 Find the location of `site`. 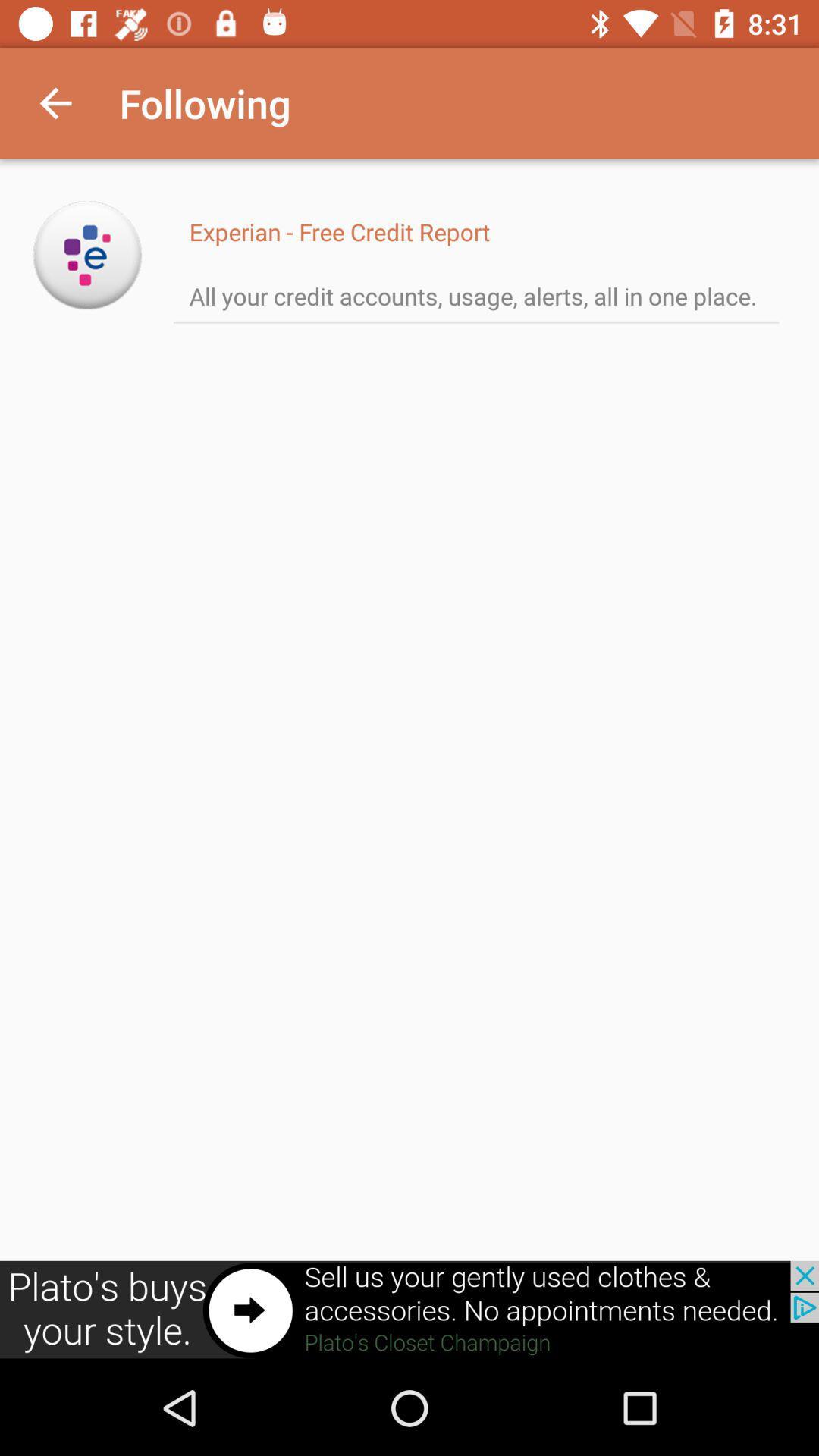

site is located at coordinates (87, 255).